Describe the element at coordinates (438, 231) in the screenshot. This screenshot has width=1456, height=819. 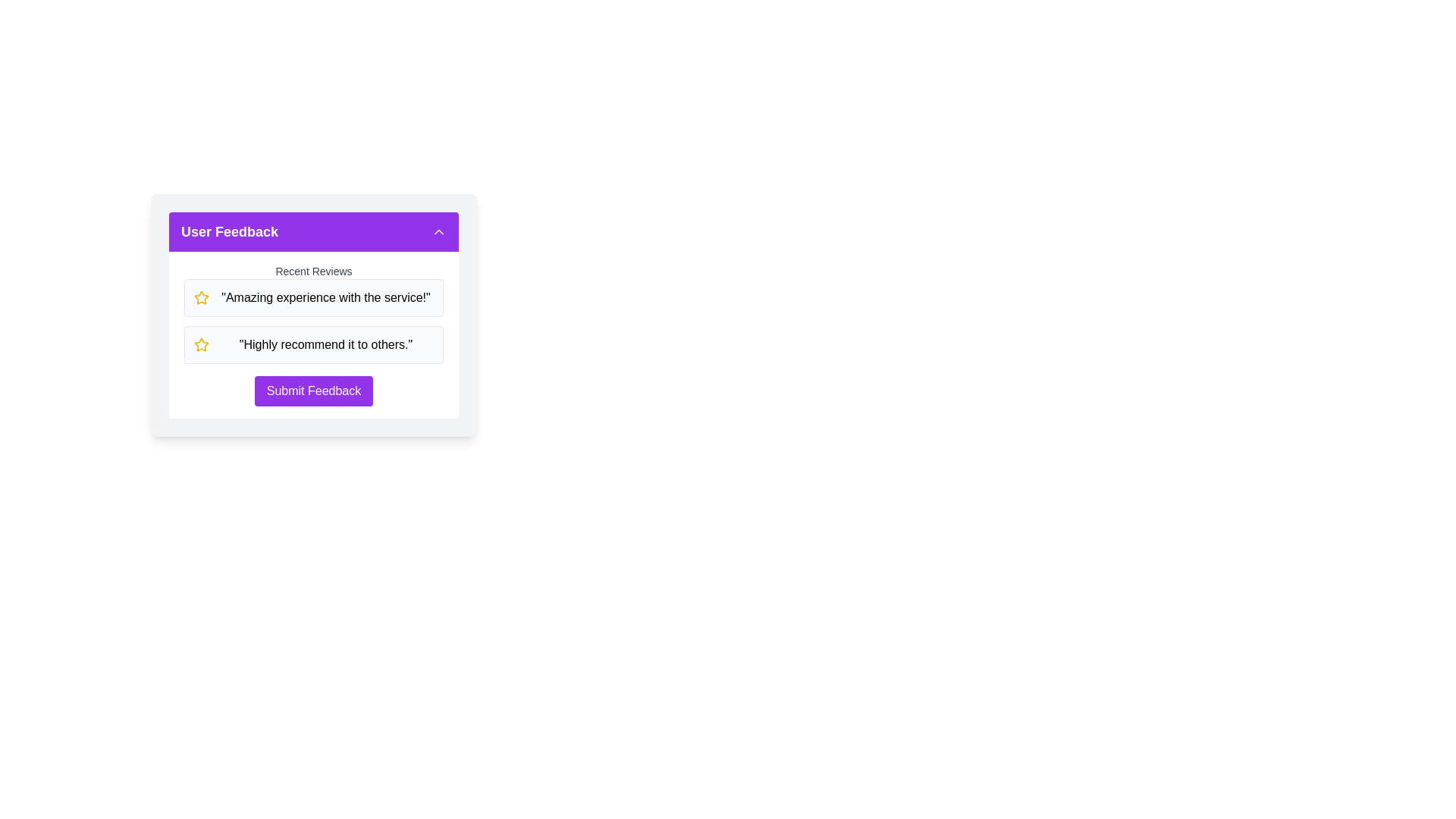
I see `the upward-pointing chevron icon located on the right side of the purple header bar` at that location.